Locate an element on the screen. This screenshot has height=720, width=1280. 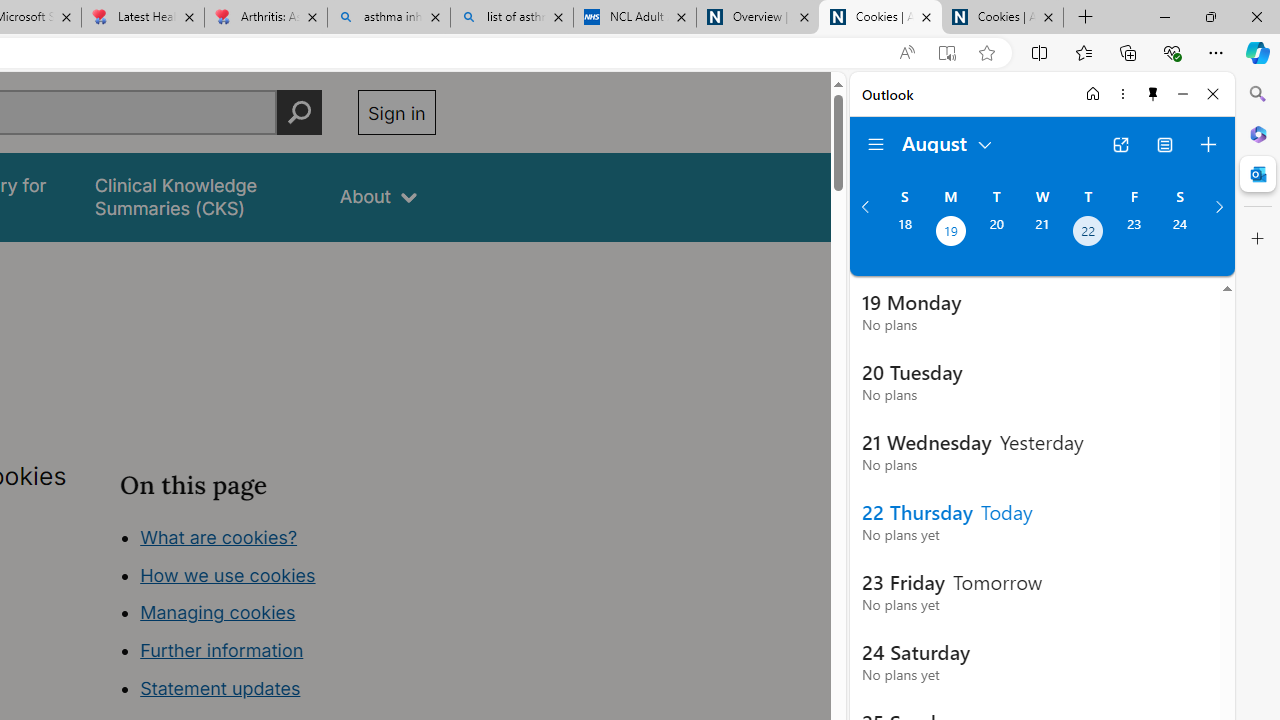
'Microsoft 365' is located at coordinates (1257, 133).